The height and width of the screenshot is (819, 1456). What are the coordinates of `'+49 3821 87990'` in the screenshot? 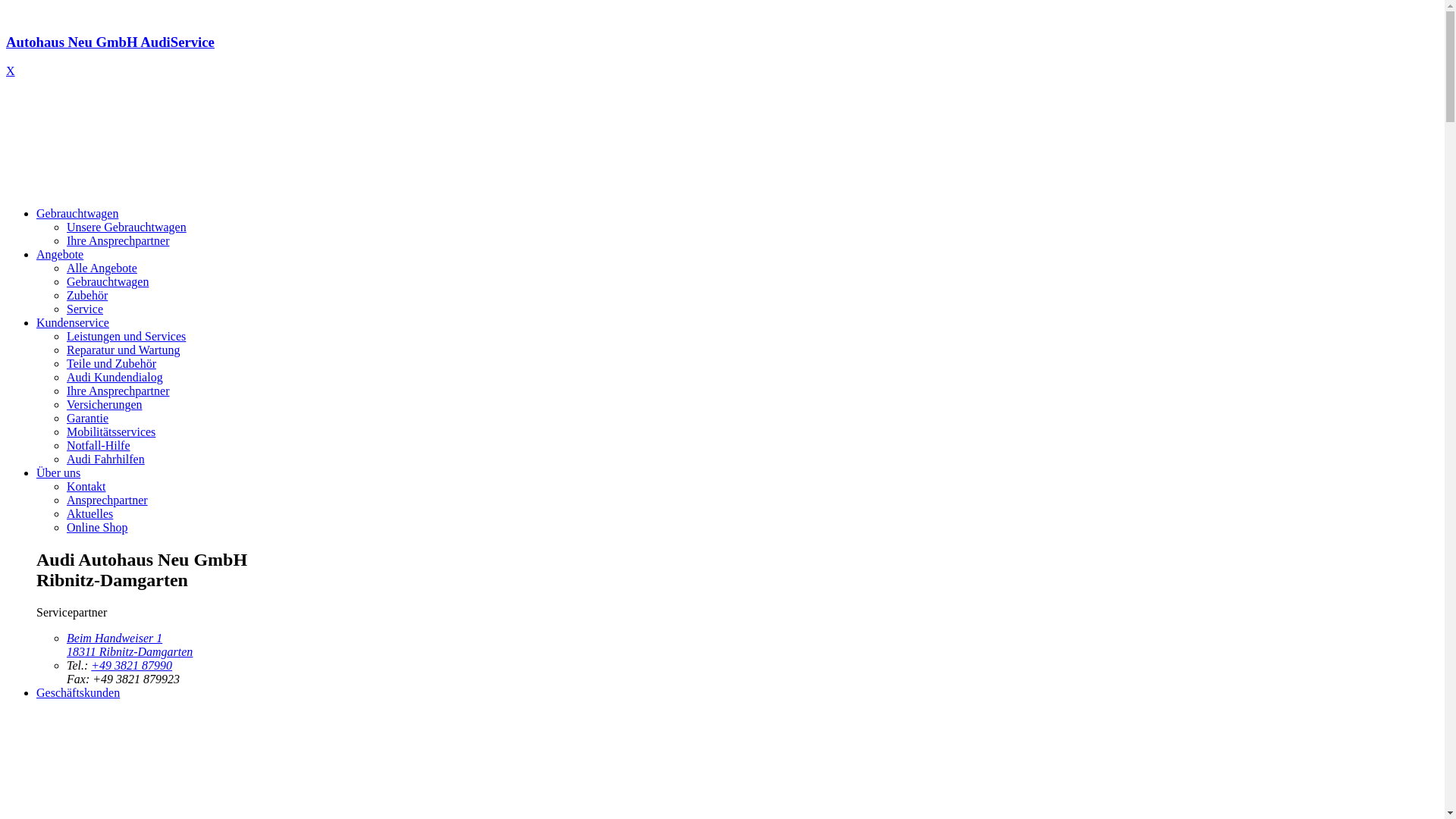 It's located at (131, 664).